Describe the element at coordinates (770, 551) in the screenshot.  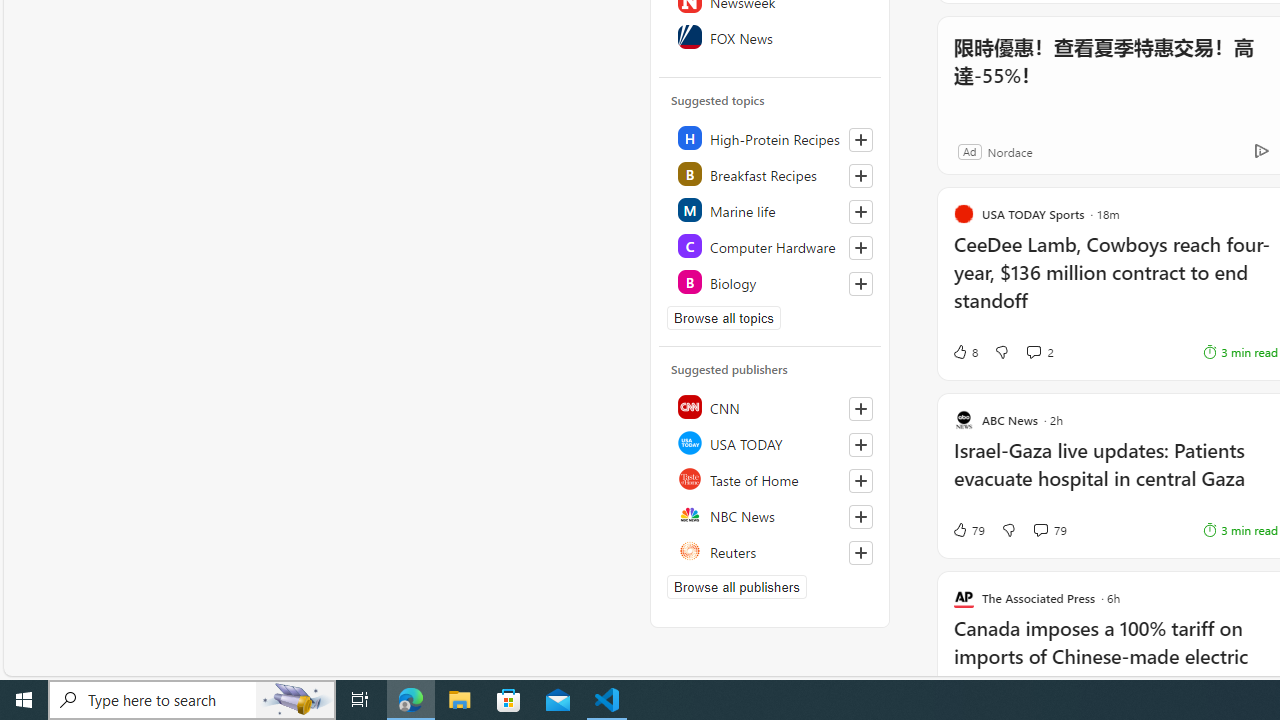
I see `'Reuters'` at that location.